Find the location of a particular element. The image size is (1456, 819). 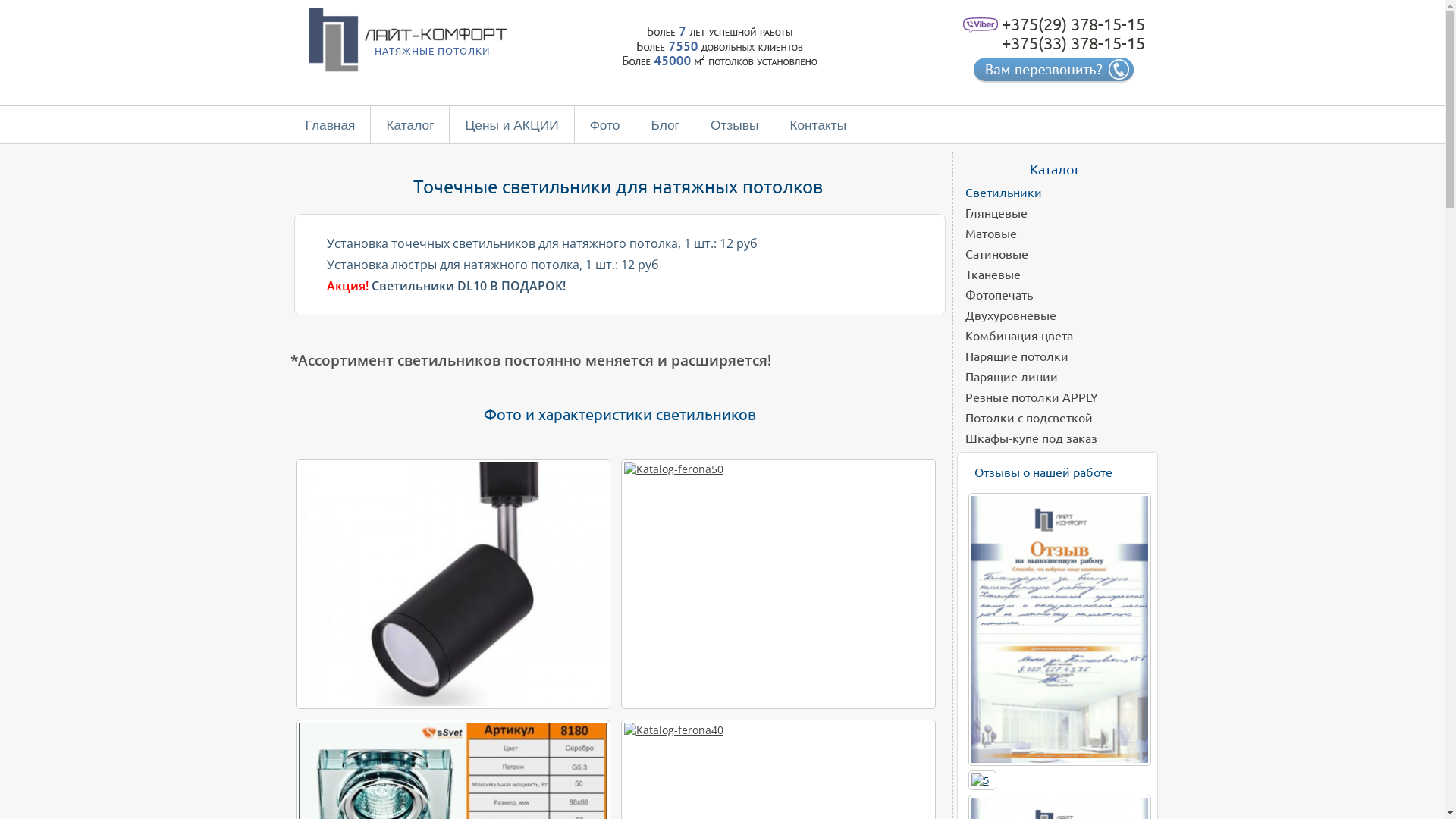

'Katalog-ferona50' is located at coordinates (777, 583).